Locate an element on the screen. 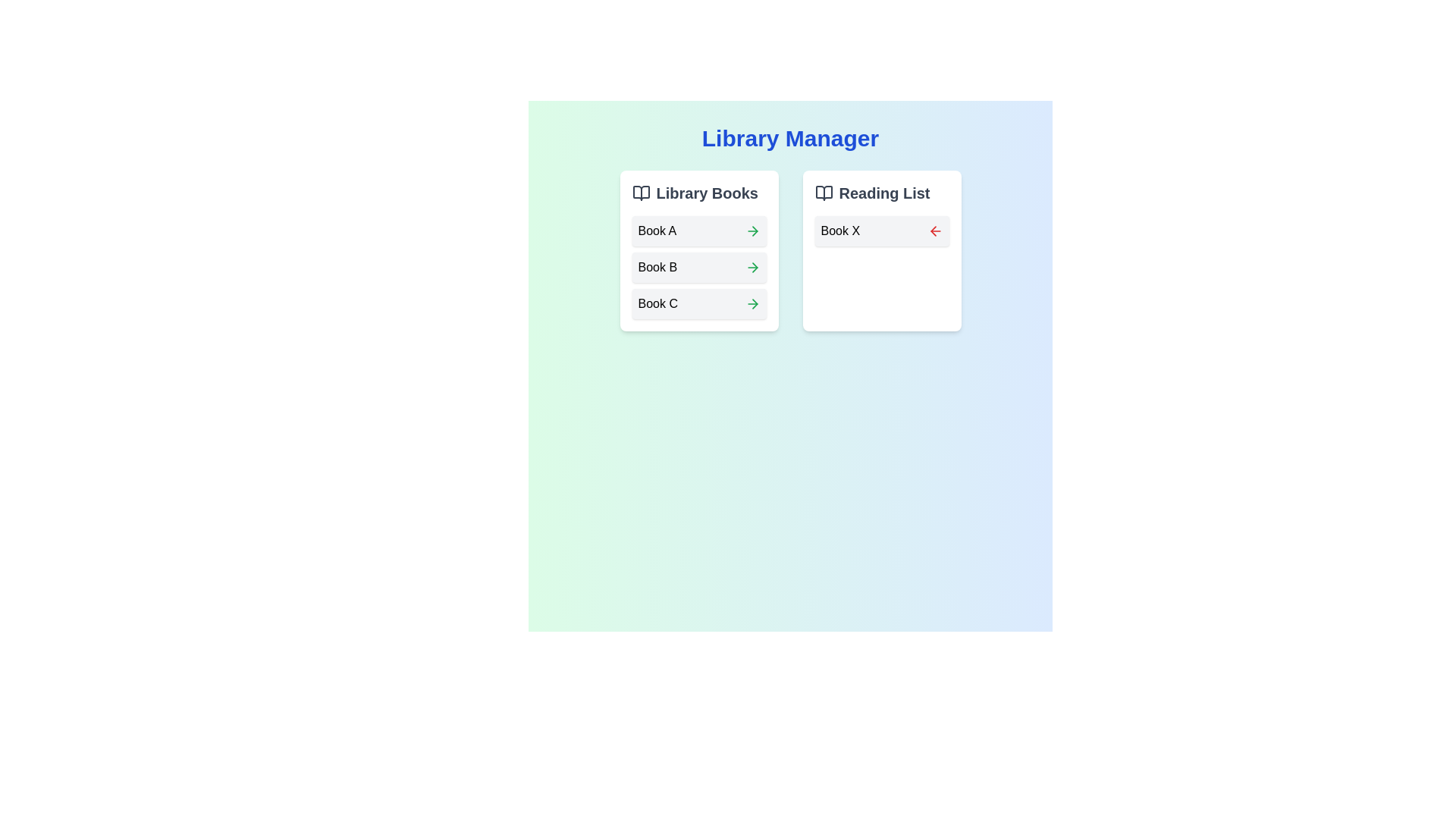 This screenshot has width=1456, height=819. the right-facing arrow button next to the 'Book A' entry in the 'Library Books' list to interact with it is located at coordinates (752, 231).